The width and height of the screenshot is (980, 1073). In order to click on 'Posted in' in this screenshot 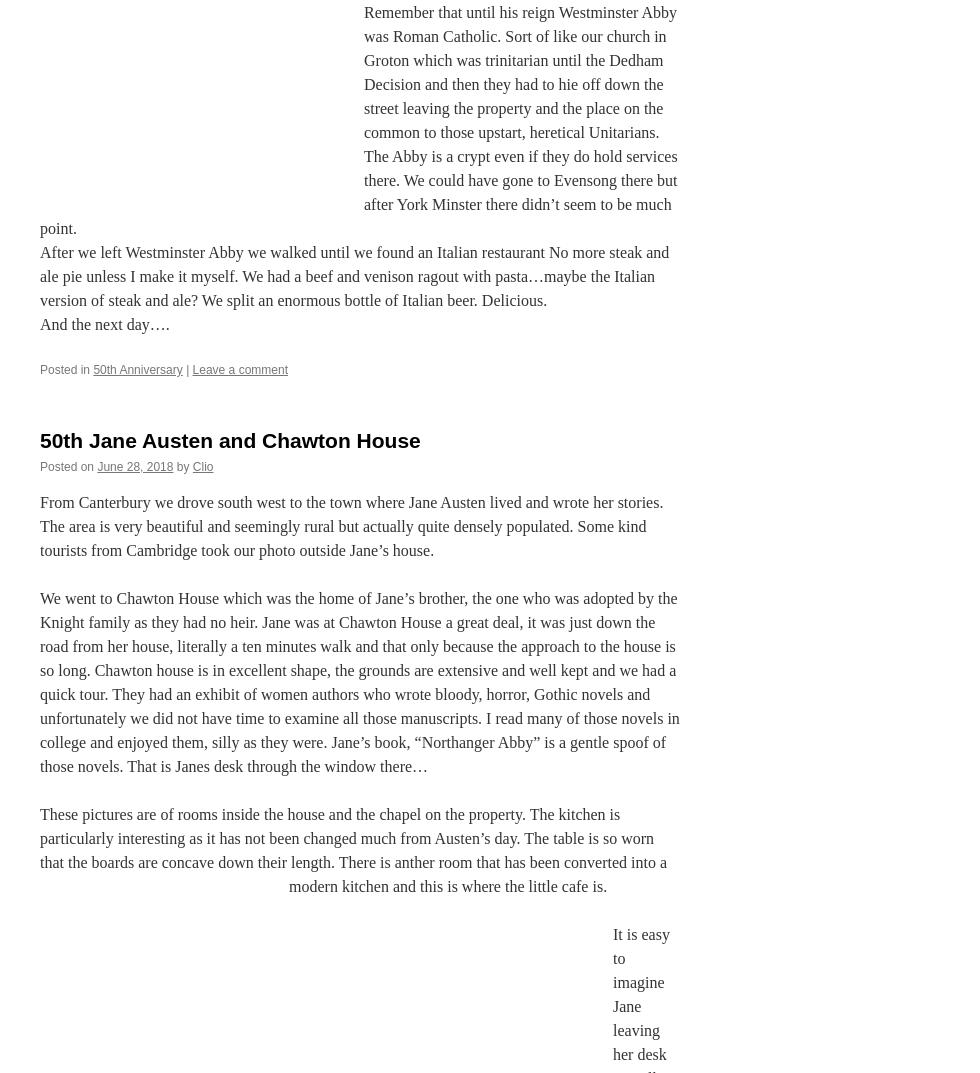, I will do `click(64, 368)`.